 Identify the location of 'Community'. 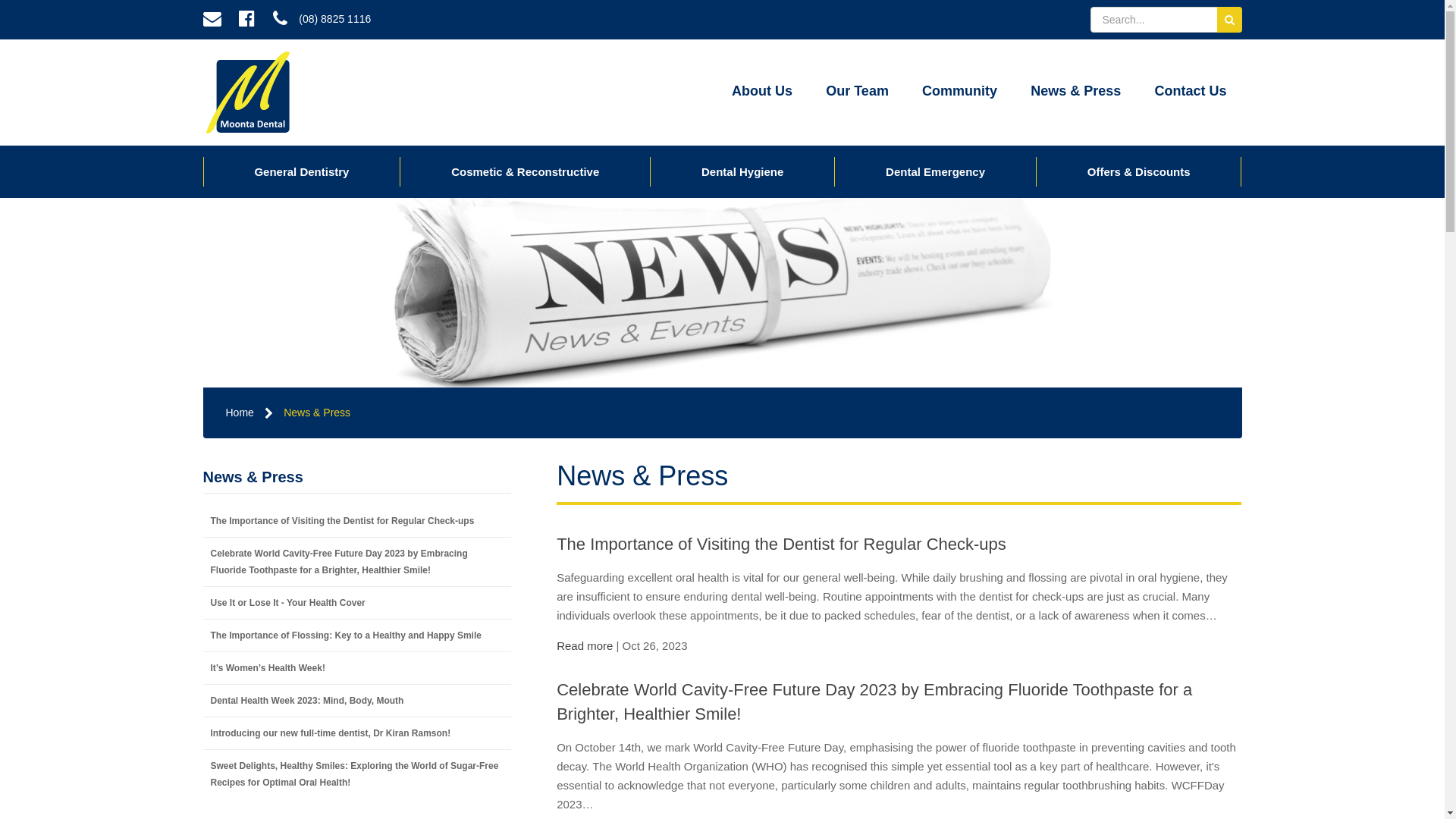
(959, 93).